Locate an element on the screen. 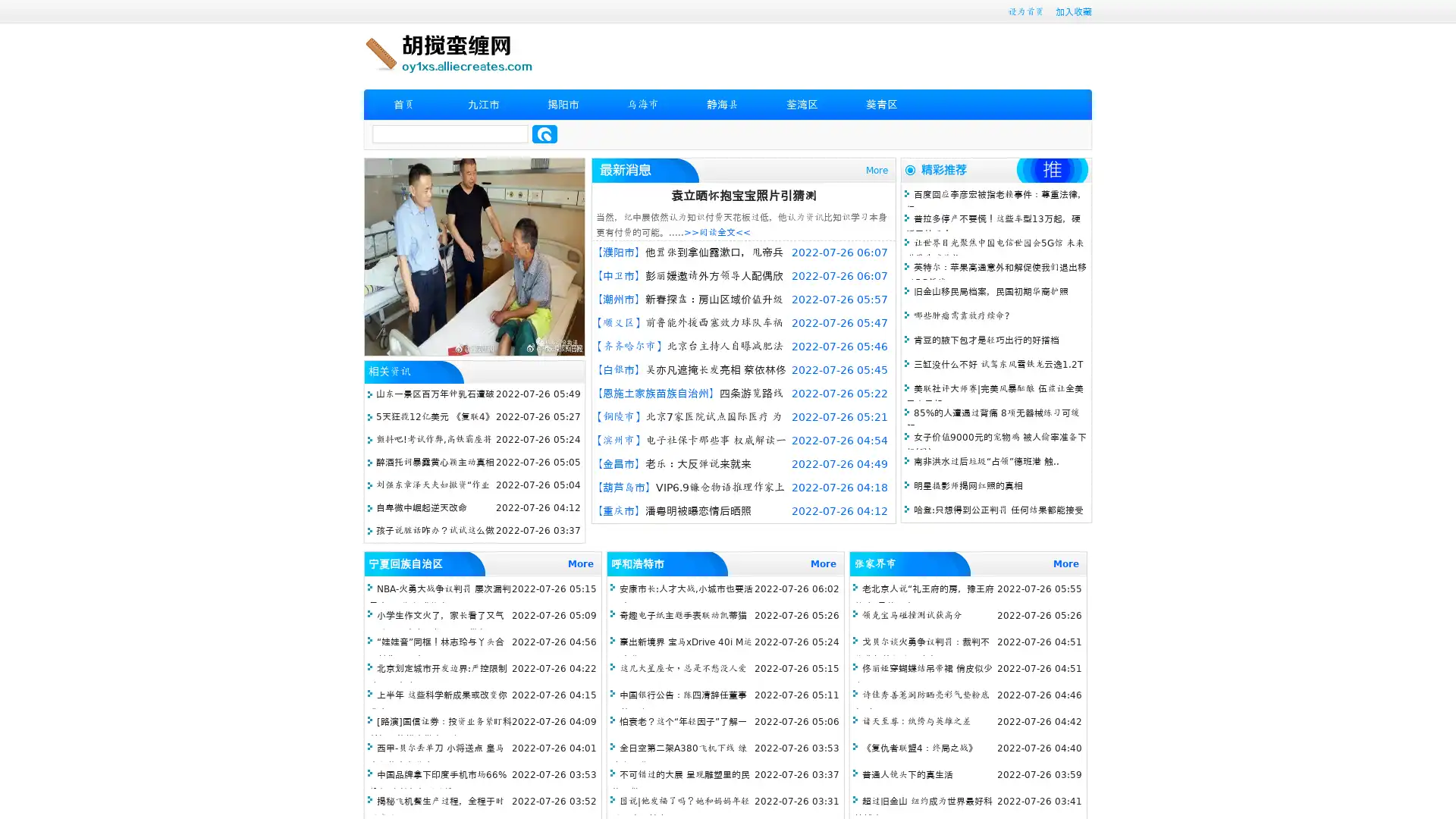 This screenshot has width=1456, height=819. Search is located at coordinates (544, 133).